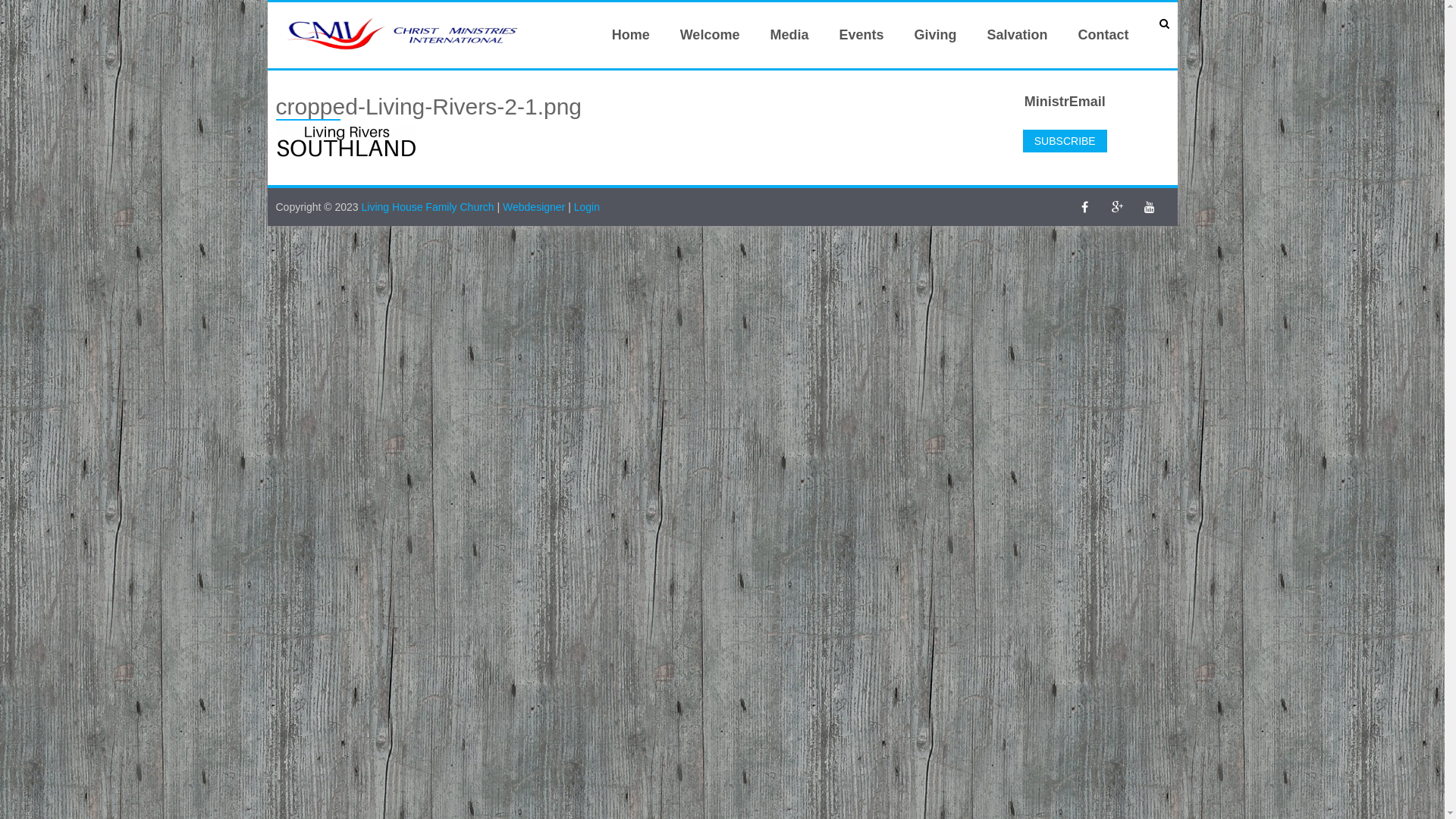 The image size is (1456, 819). I want to click on 'Webdesigner', so click(502, 207).